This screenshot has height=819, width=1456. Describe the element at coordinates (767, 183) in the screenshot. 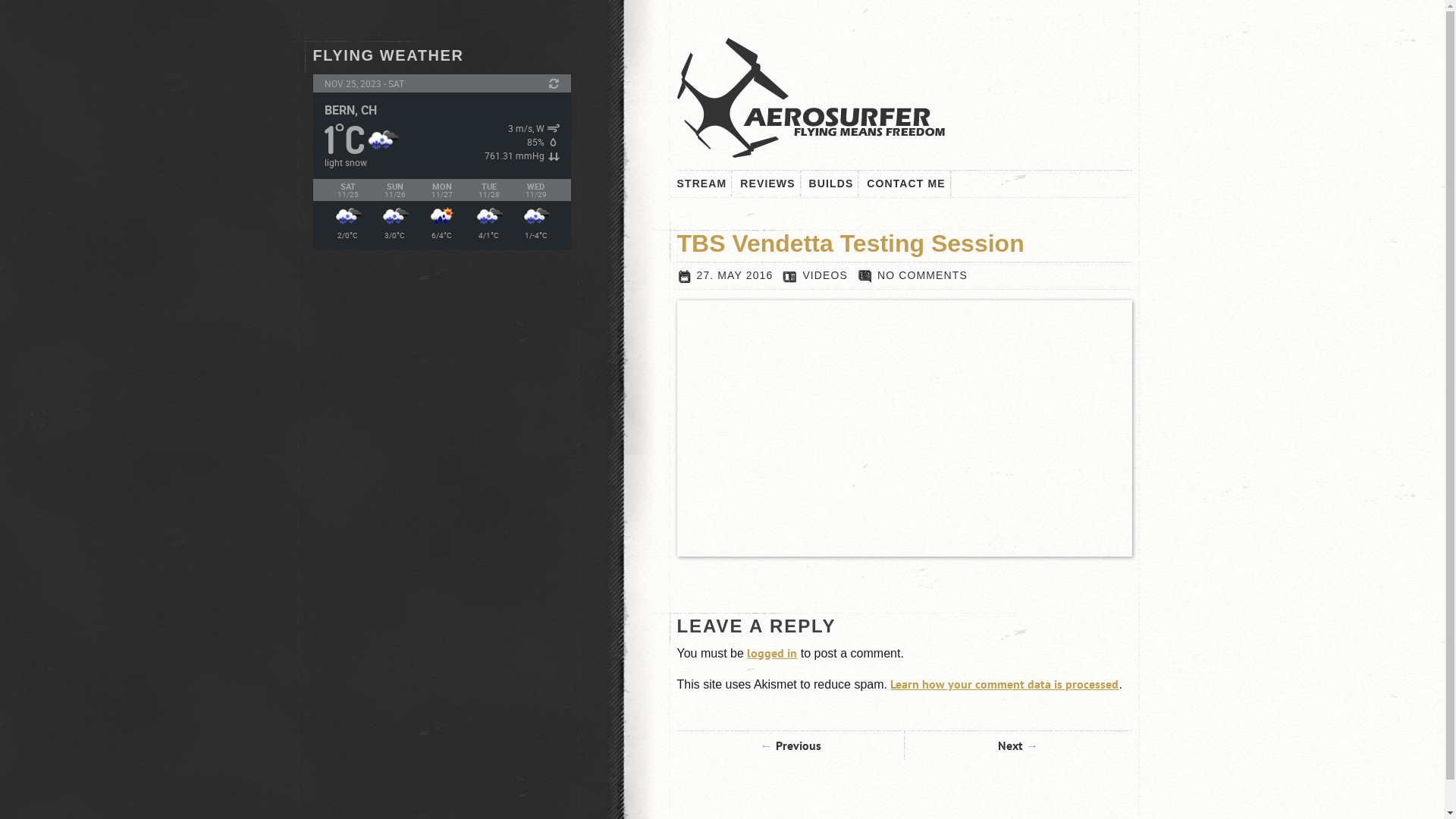

I see `'REVIEWS'` at that location.